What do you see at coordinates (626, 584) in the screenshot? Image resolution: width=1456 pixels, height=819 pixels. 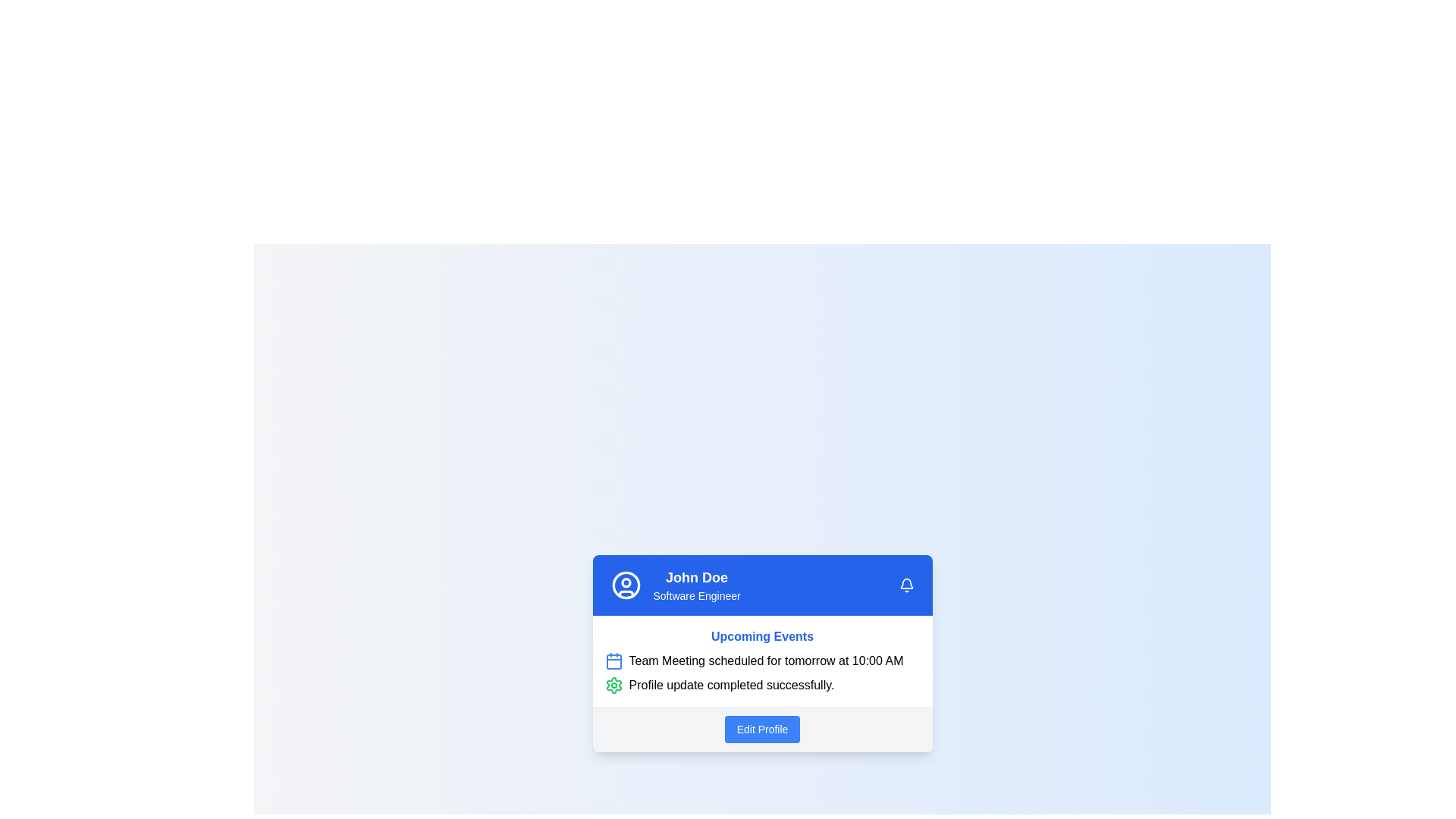 I see `the user/avatar icon located to the left of the text 'John Doe' in the header of the user information card` at bounding box center [626, 584].